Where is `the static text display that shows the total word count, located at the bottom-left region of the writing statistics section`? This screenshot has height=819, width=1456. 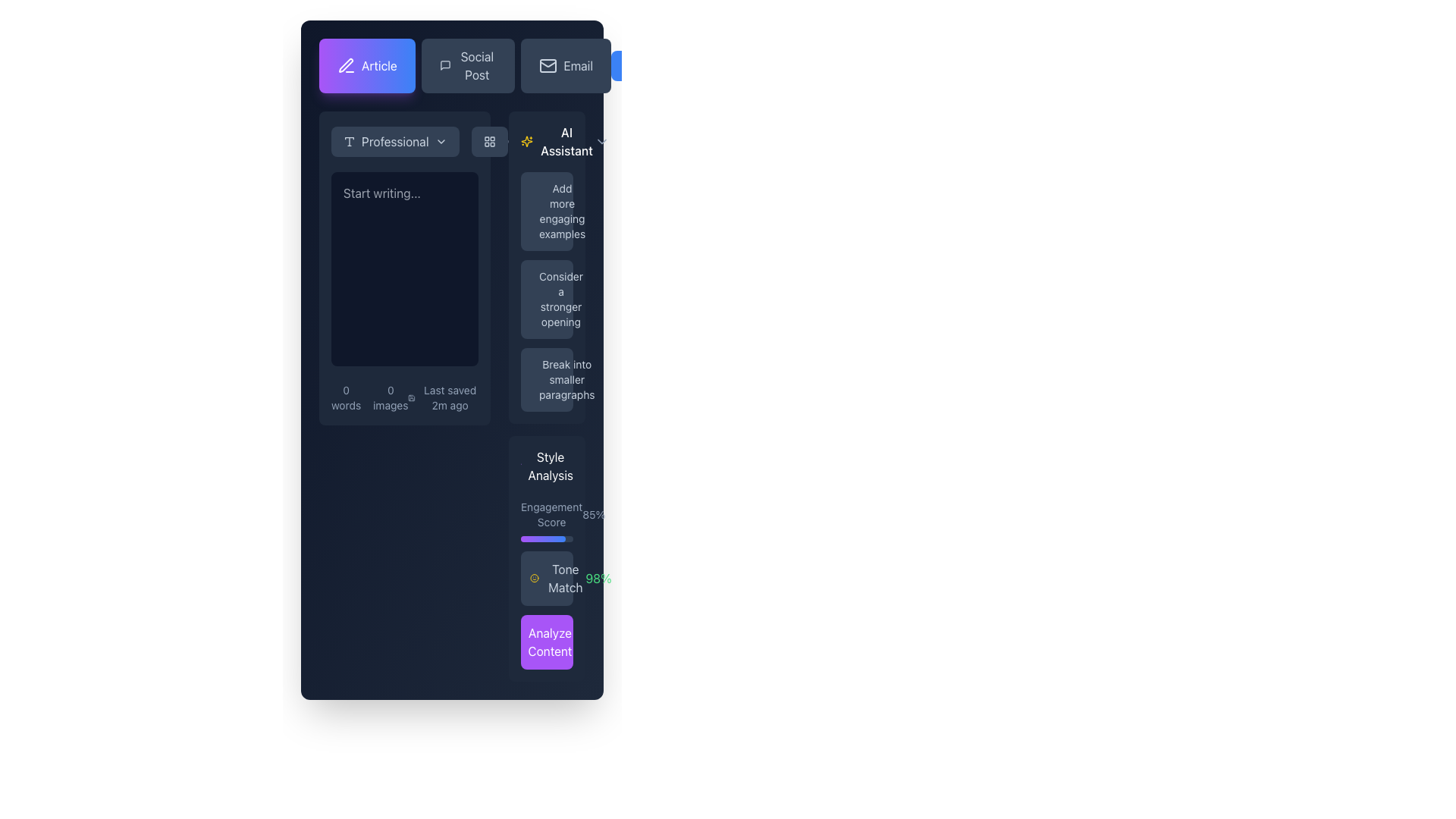 the static text display that shows the total word count, located at the bottom-left region of the writing statistics section is located at coordinates (345, 397).